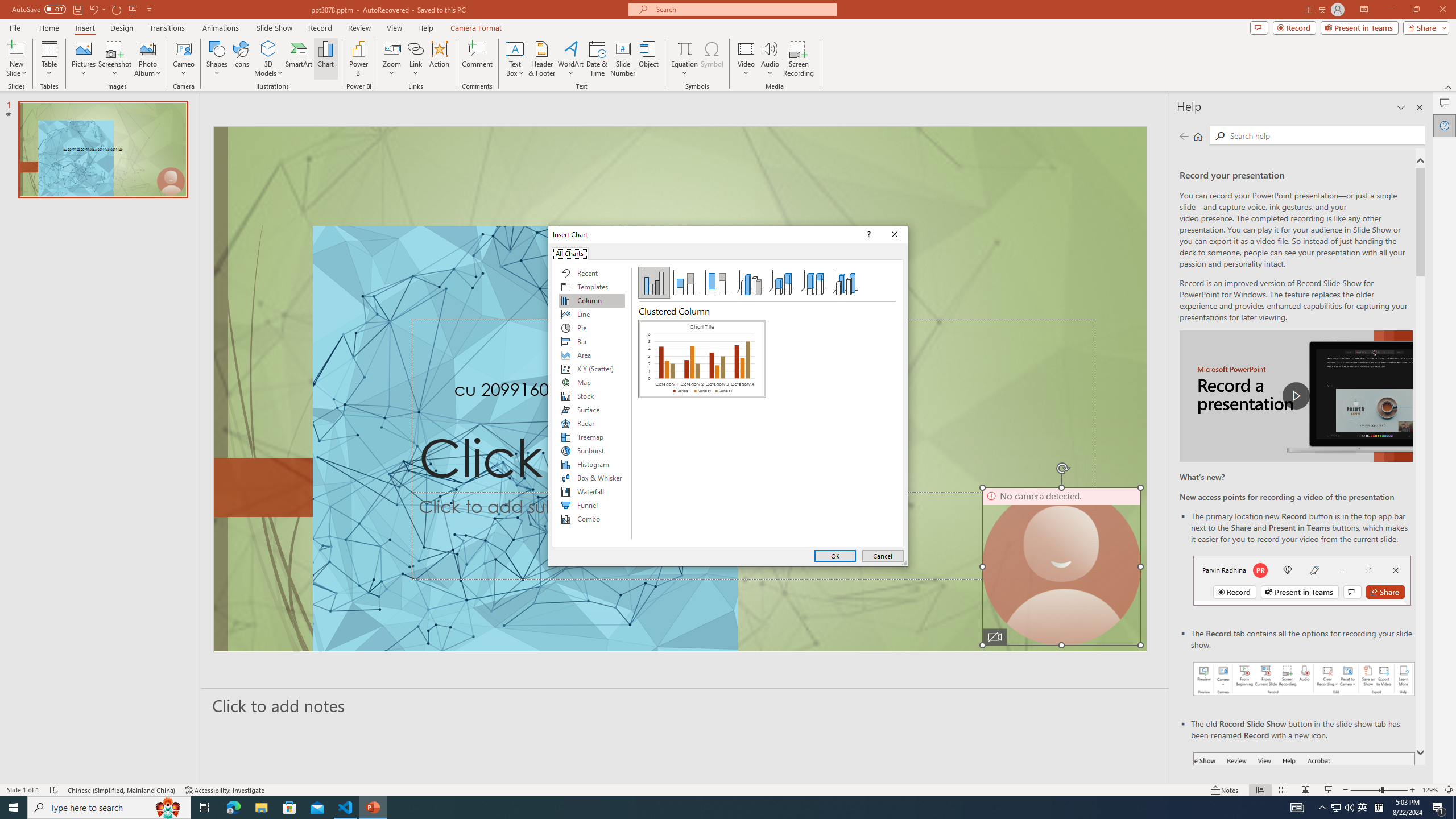  What do you see at coordinates (241, 59) in the screenshot?
I see `'Icons'` at bounding box center [241, 59].